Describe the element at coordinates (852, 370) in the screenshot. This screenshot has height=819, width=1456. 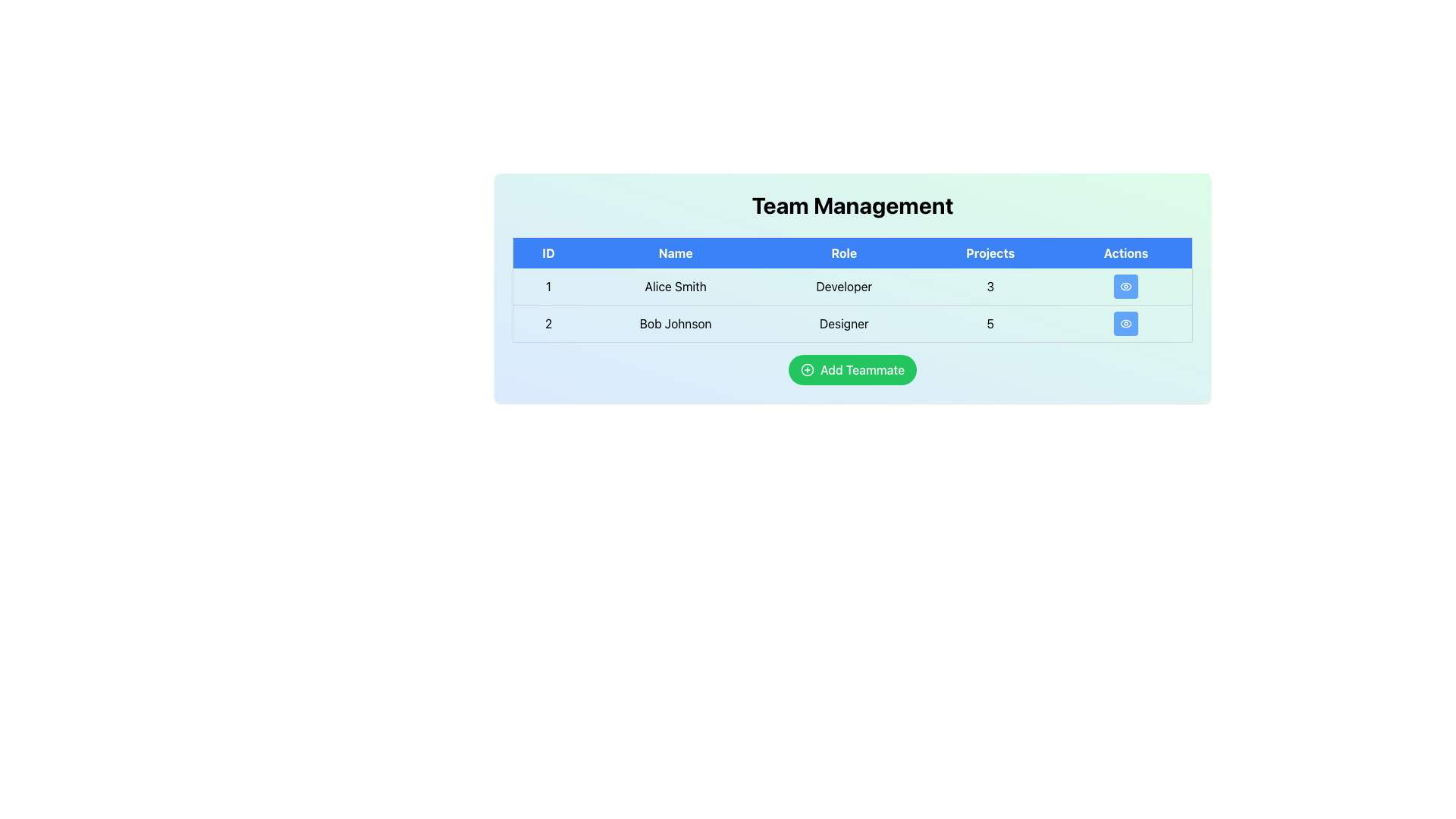
I see `the rounded rectangular button with a green background and white text reading 'Add Teammate'` at that location.